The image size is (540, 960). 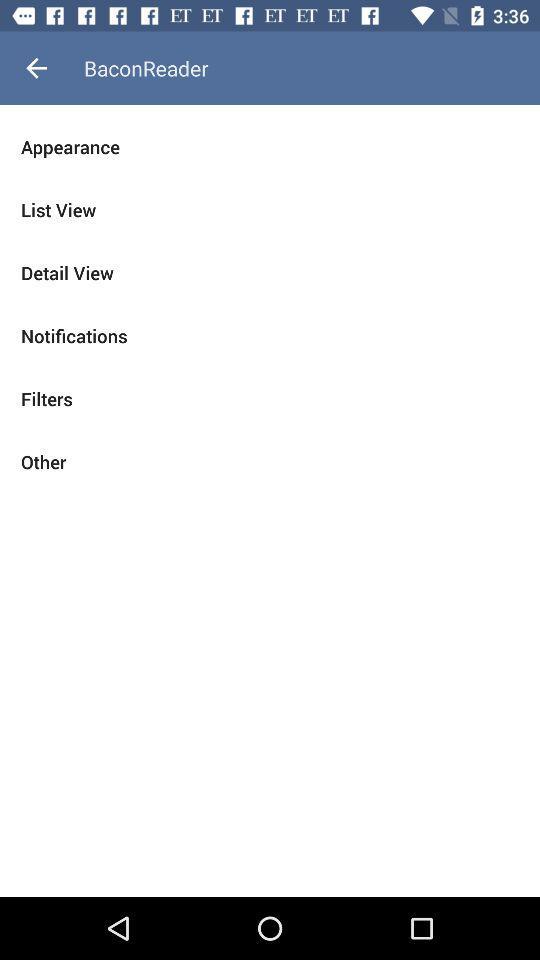 I want to click on item below appearance item, so click(x=270, y=210).